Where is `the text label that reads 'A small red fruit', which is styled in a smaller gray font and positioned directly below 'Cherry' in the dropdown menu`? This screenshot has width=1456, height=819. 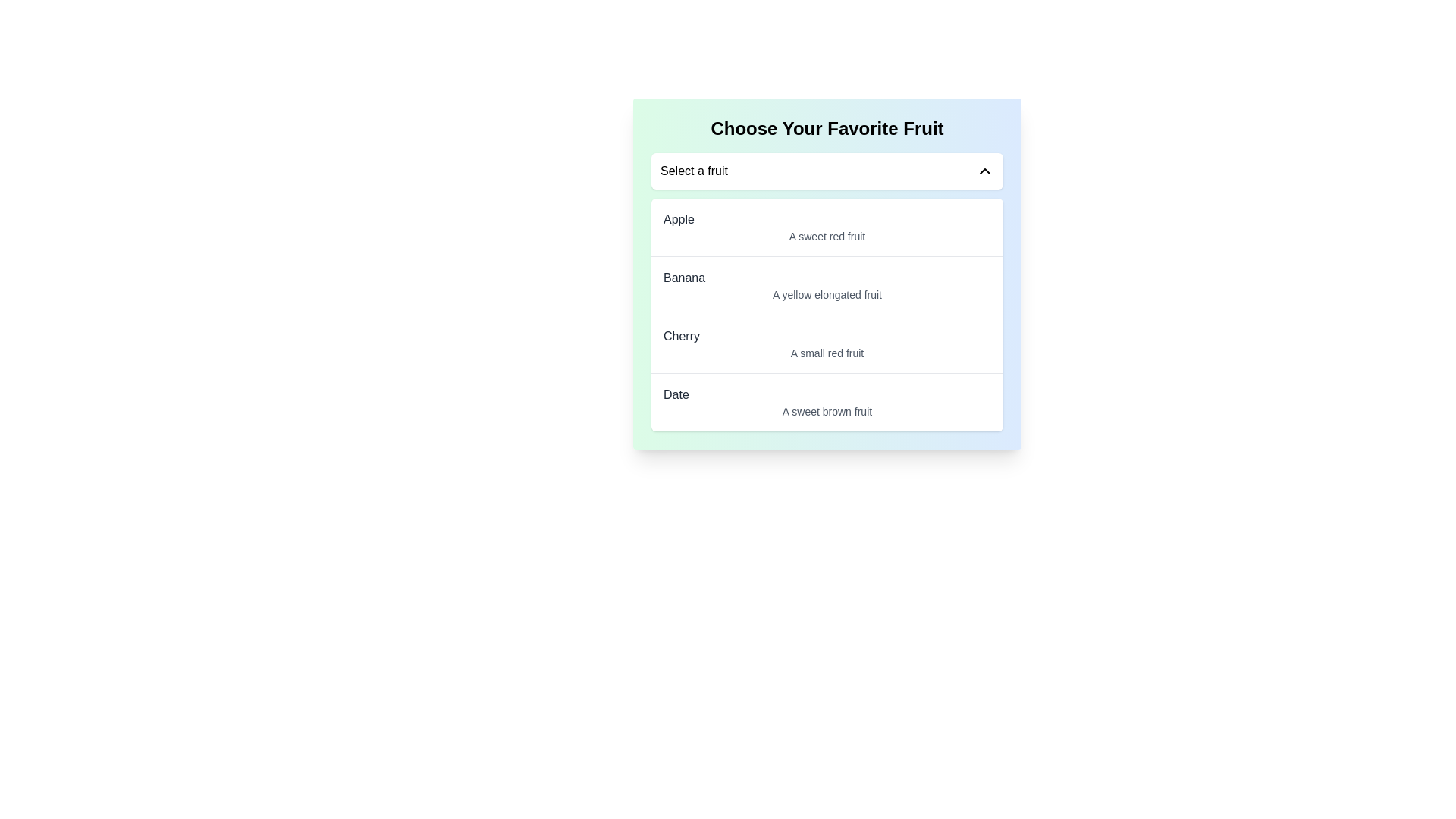
the text label that reads 'A small red fruit', which is styled in a smaller gray font and positioned directly below 'Cherry' in the dropdown menu is located at coordinates (826, 353).